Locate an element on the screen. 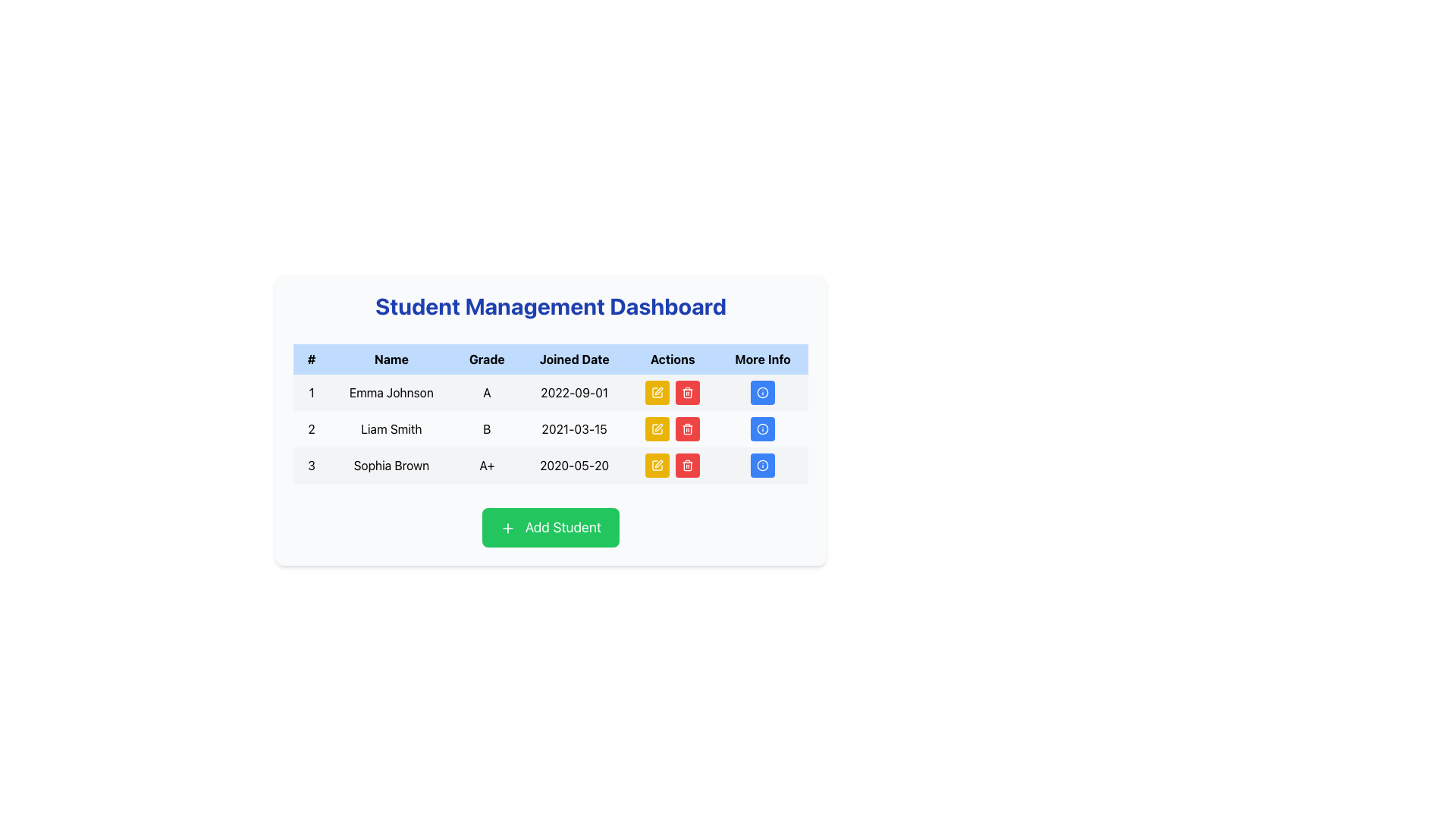 Image resolution: width=1456 pixels, height=819 pixels. the text element displaying 'A+' in bold black typography, located under the 'Grade' header in the same row as the student 'Sophia Brown' is located at coordinates (487, 464).